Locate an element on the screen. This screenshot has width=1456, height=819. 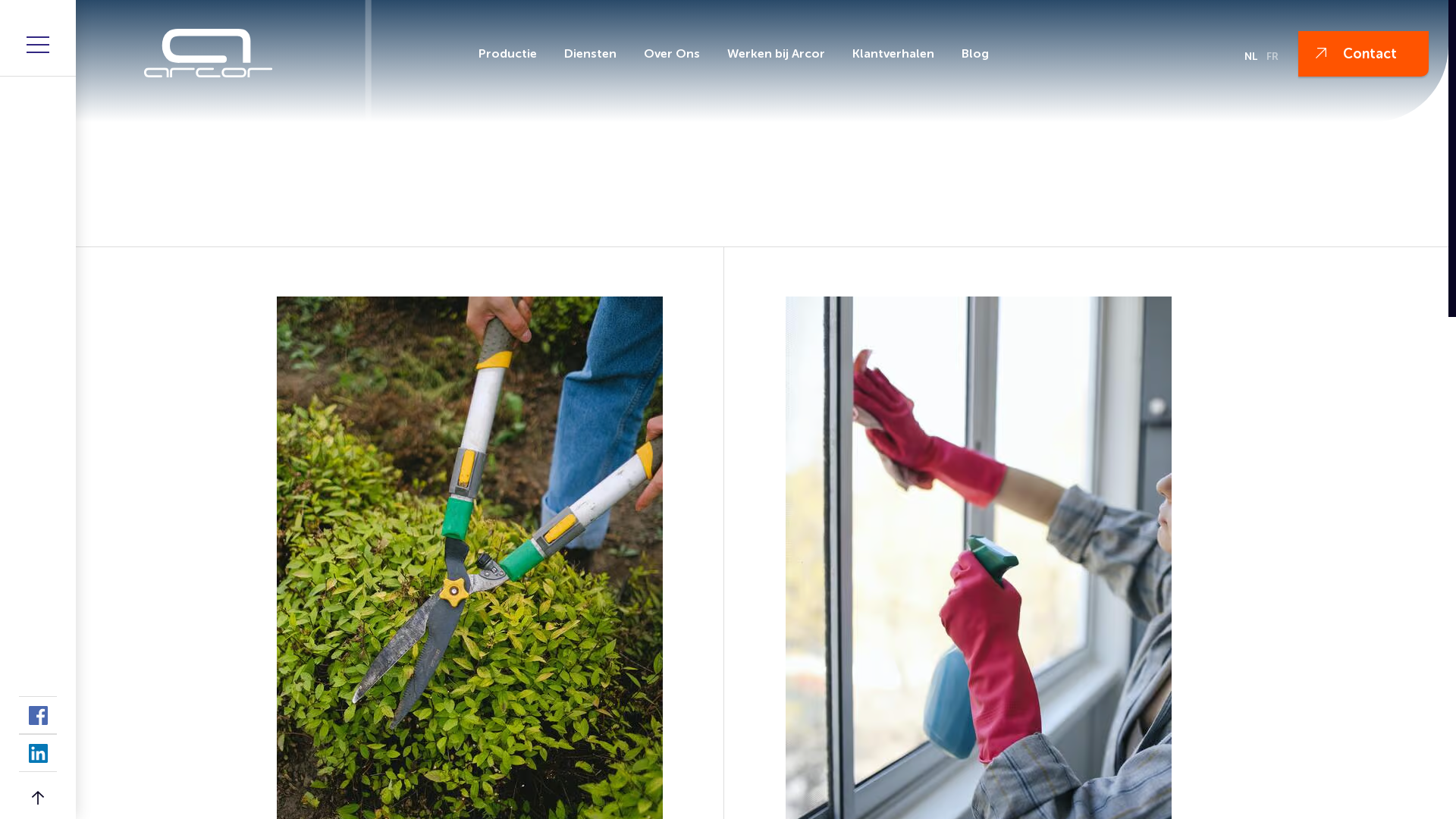
'Klantverhalen' is located at coordinates (893, 52).